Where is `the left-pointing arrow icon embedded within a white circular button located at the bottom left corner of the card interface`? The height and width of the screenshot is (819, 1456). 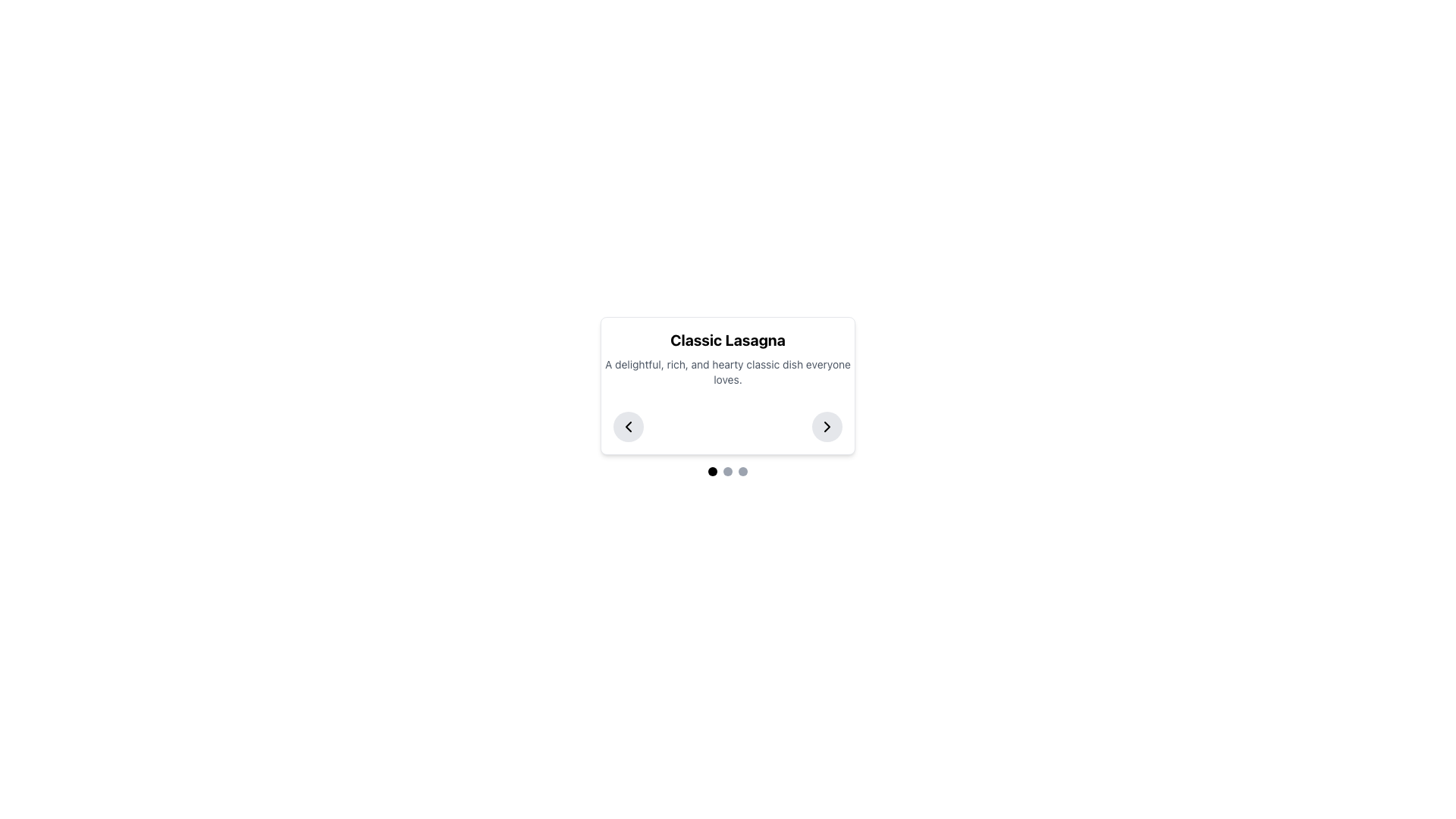
the left-pointing arrow icon embedded within a white circular button located at the bottom left corner of the card interface is located at coordinates (629, 427).